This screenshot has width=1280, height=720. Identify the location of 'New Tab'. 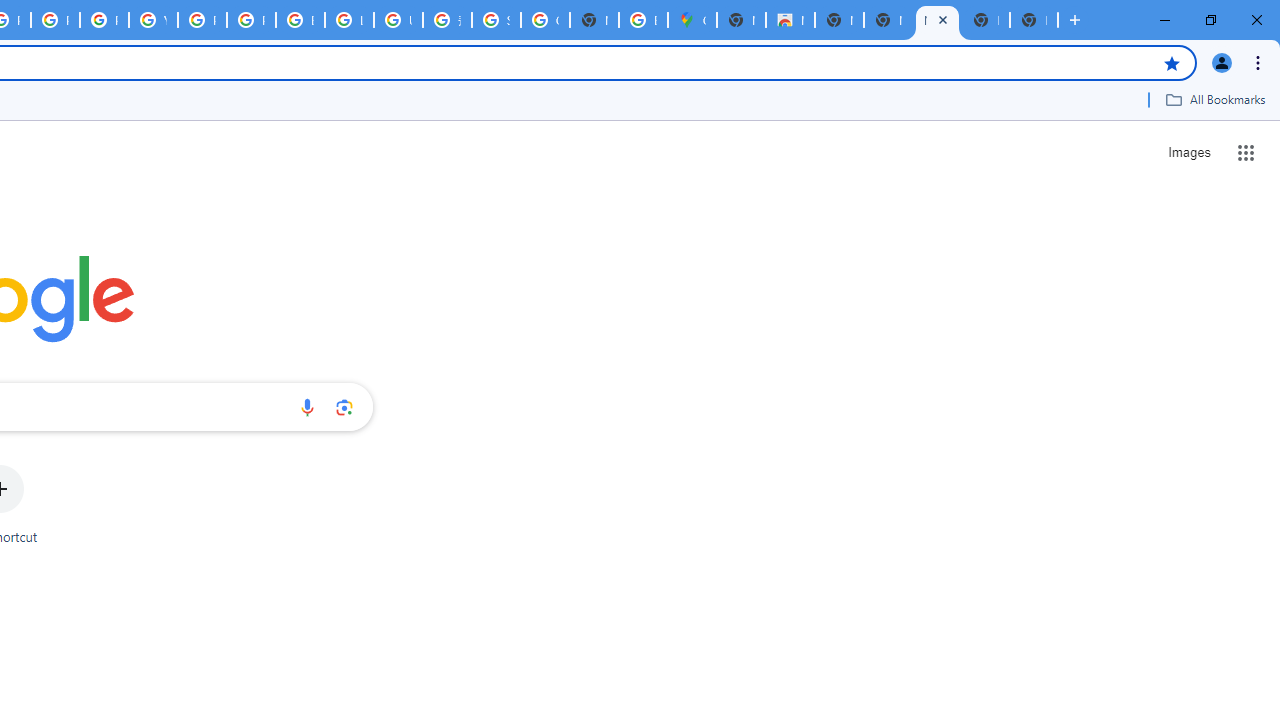
(986, 20).